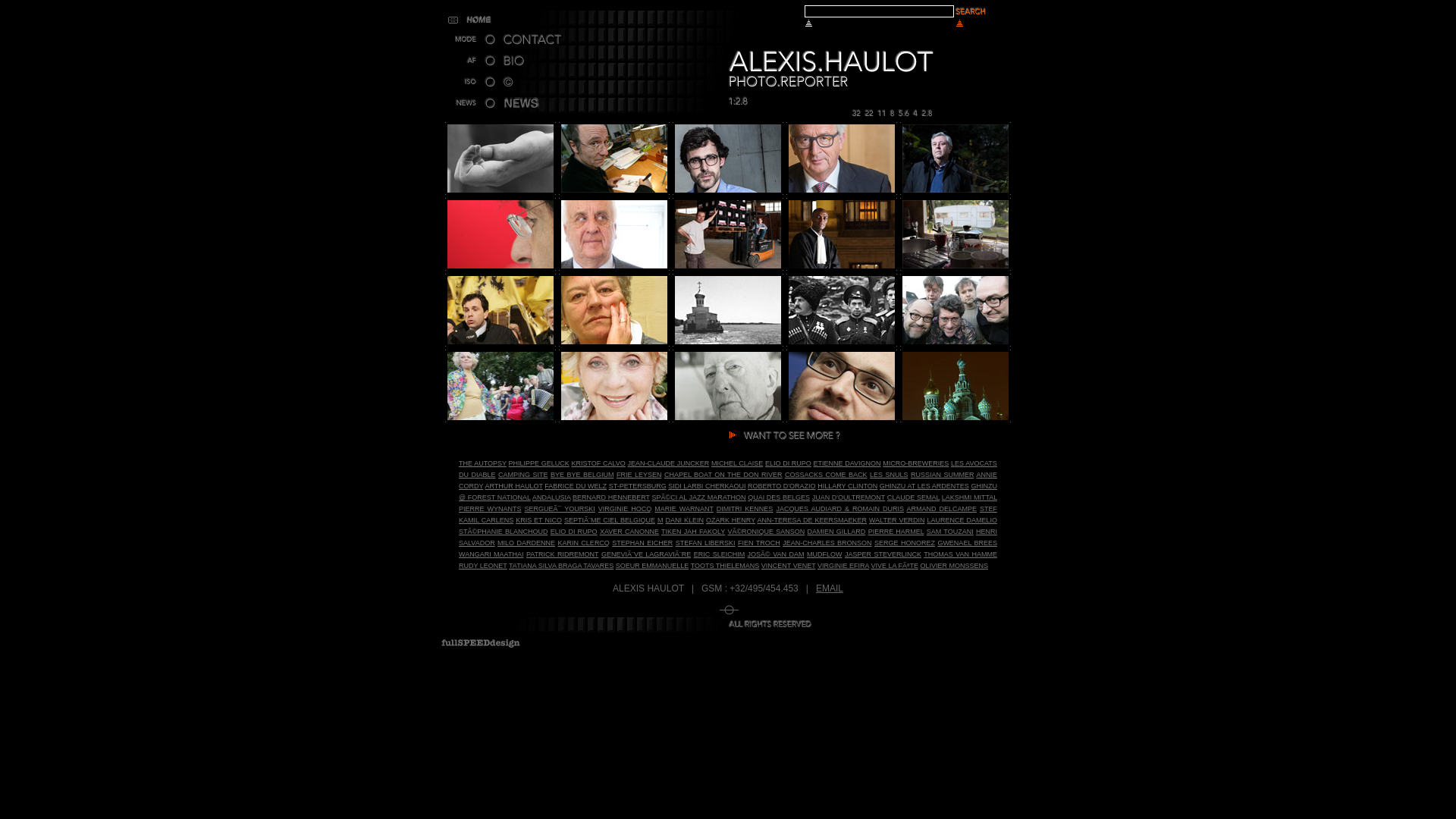  I want to click on 'VIRGINIE EFIRA', so click(843, 565).